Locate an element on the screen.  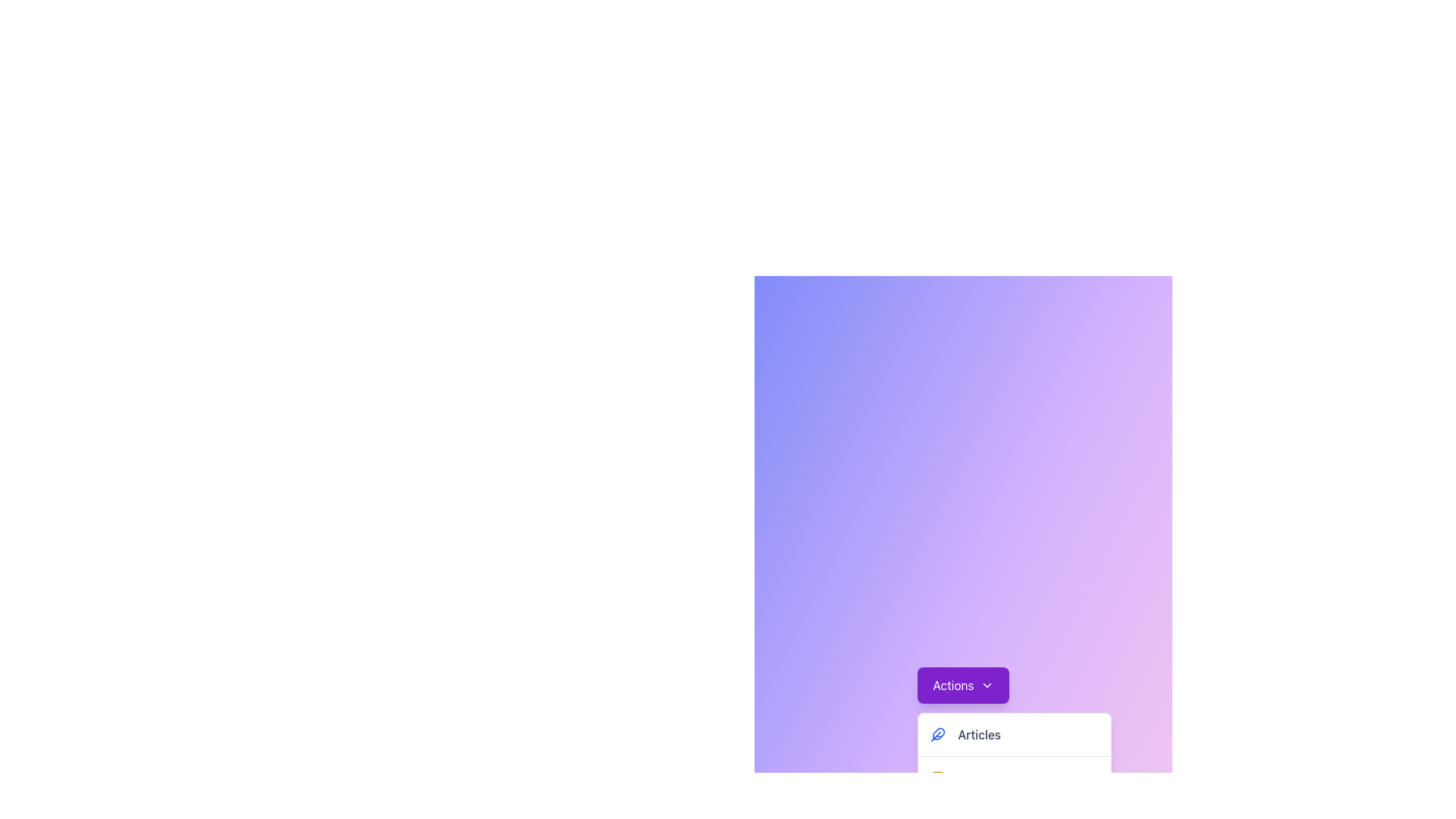
the small downward-pointing chevron icon with a purple background and white stroke located on the far right of the 'Actions' button is located at coordinates (987, 685).